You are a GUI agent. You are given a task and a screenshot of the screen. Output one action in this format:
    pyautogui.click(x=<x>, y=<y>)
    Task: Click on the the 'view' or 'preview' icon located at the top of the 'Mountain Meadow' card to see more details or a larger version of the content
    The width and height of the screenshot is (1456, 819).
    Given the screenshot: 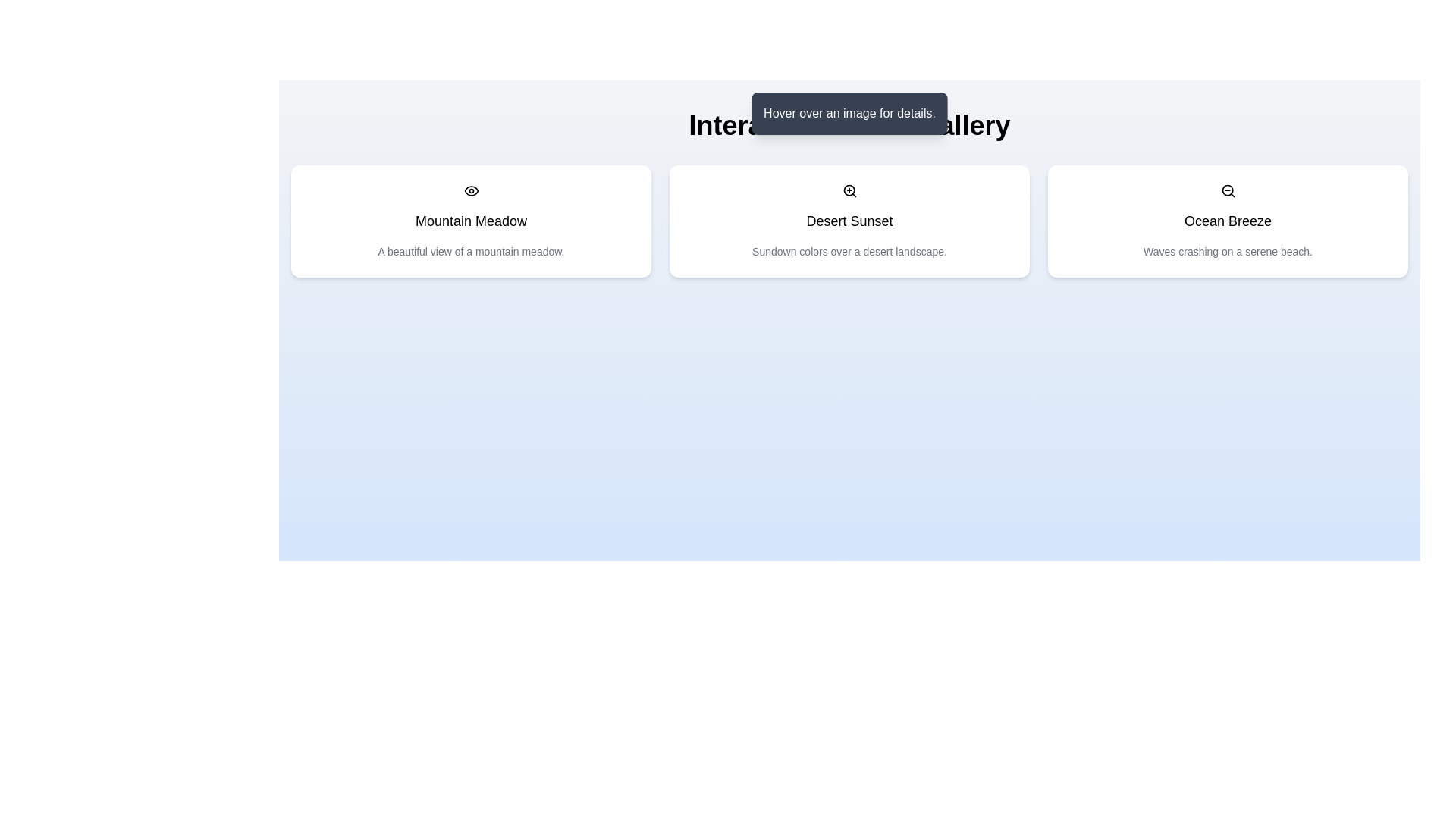 What is the action you would take?
    pyautogui.click(x=470, y=190)
    